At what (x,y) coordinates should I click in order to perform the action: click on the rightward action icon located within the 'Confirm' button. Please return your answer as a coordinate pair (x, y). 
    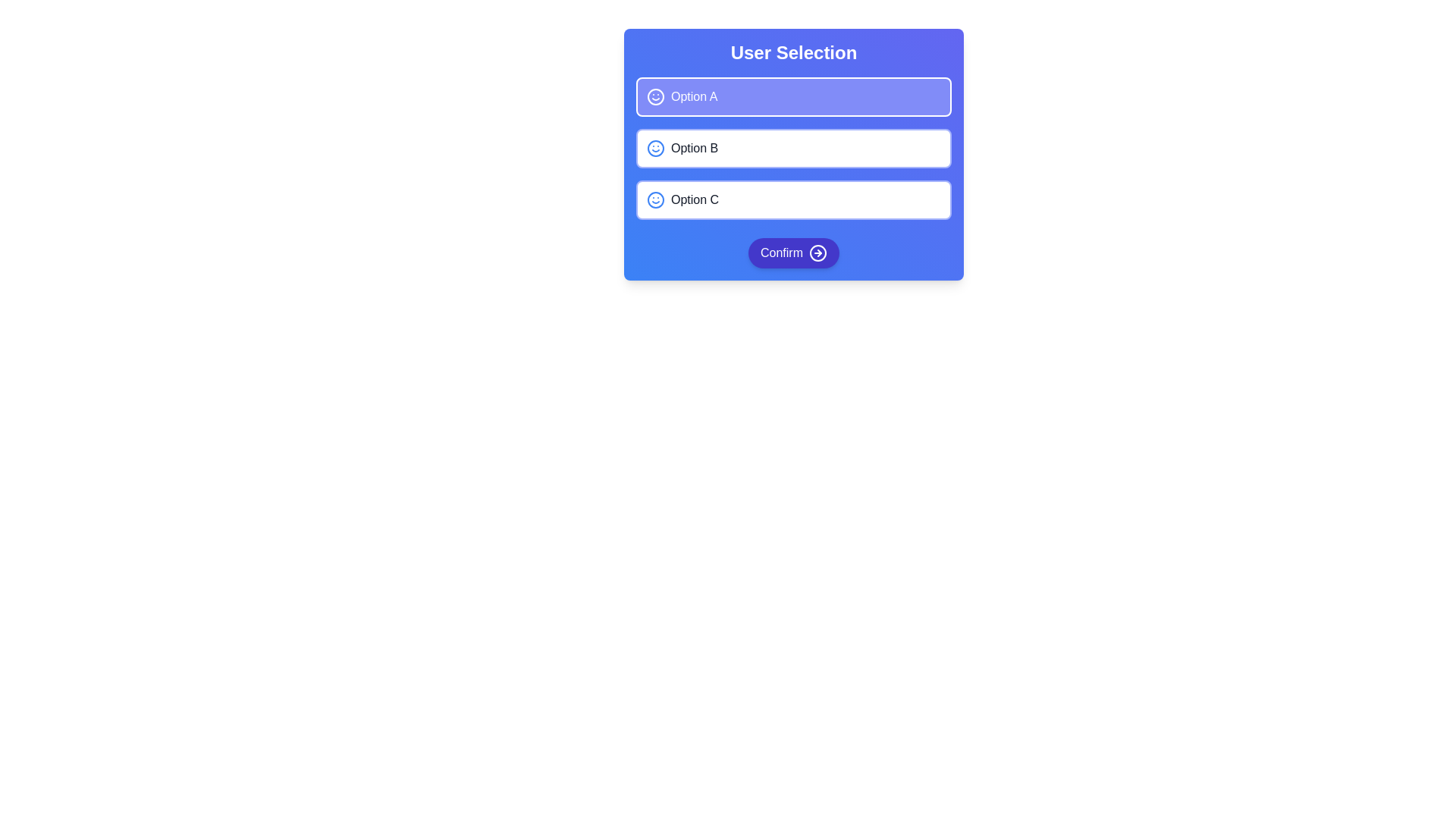
    Looking at the image, I should click on (817, 253).